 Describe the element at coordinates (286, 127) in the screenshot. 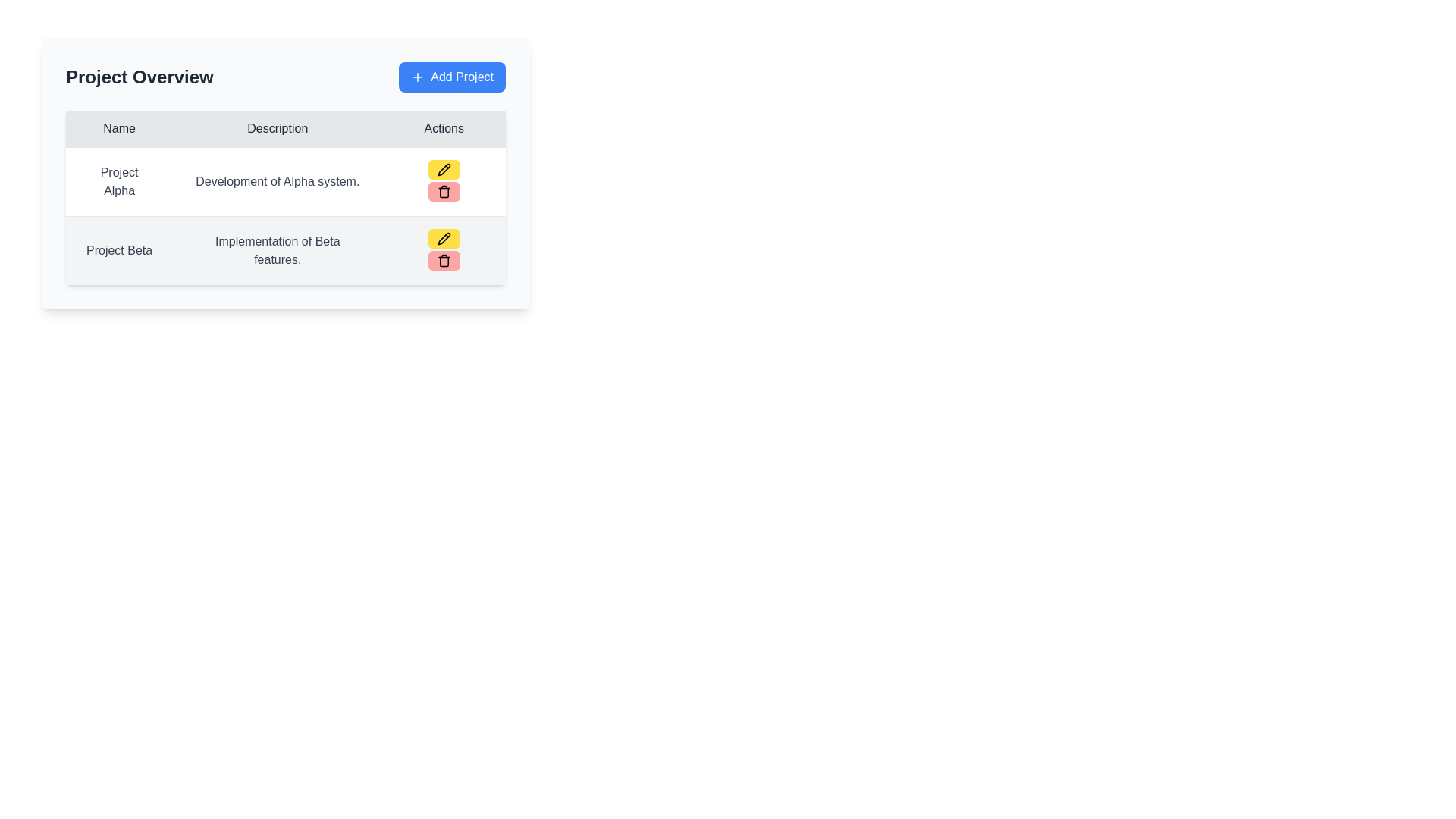

I see `the Table Header Row containing the cells 'Name', 'Description', and 'Actions', which is located at the top of the data table in the 'Project Overview' section` at that location.